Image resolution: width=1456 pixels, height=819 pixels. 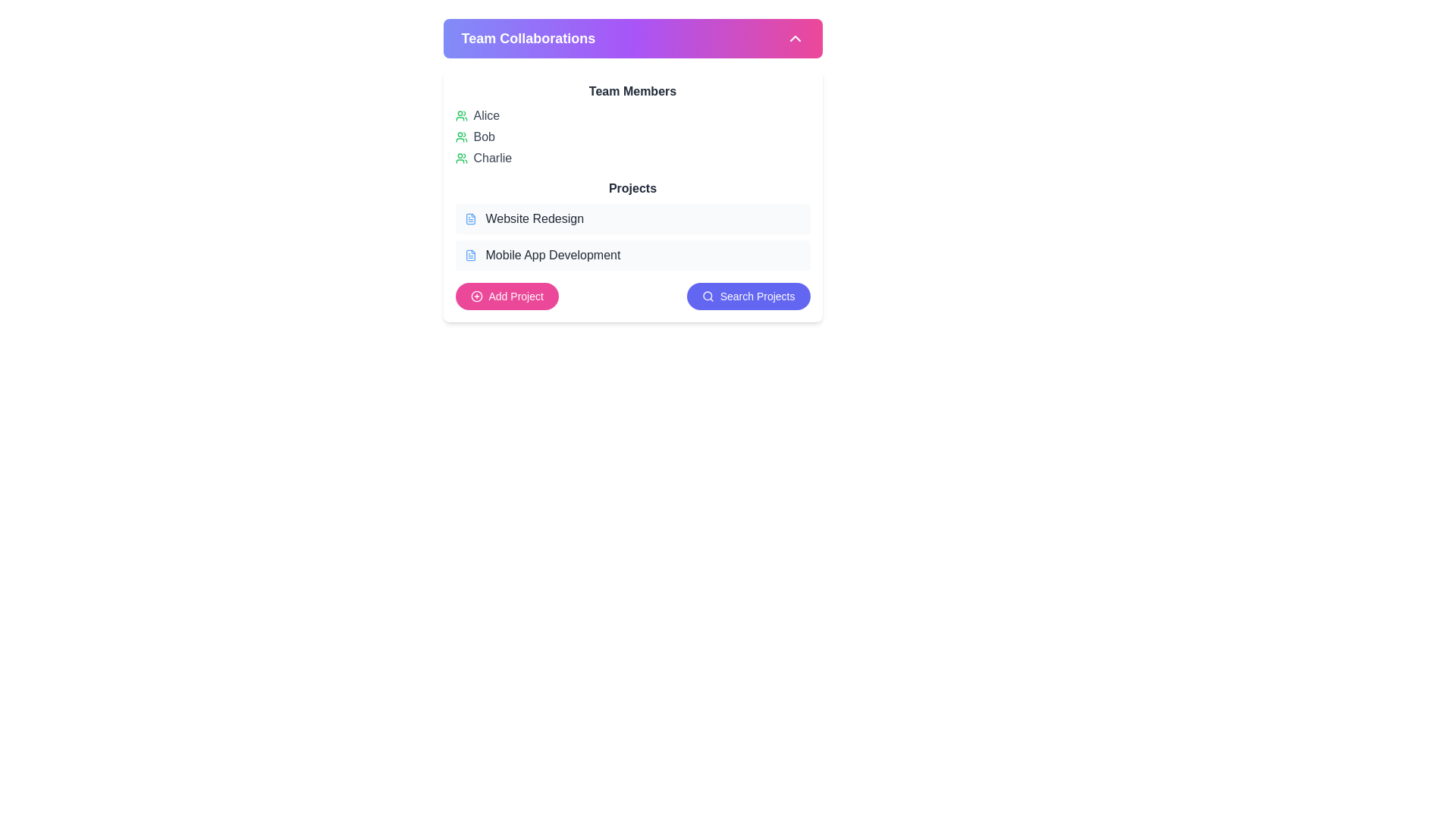 What do you see at coordinates (460, 115) in the screenshot?
I see `the user indicator icon for 'Alice' located in the 'Team Members' section to the left of the textual label` at bounding box center [460, 115].